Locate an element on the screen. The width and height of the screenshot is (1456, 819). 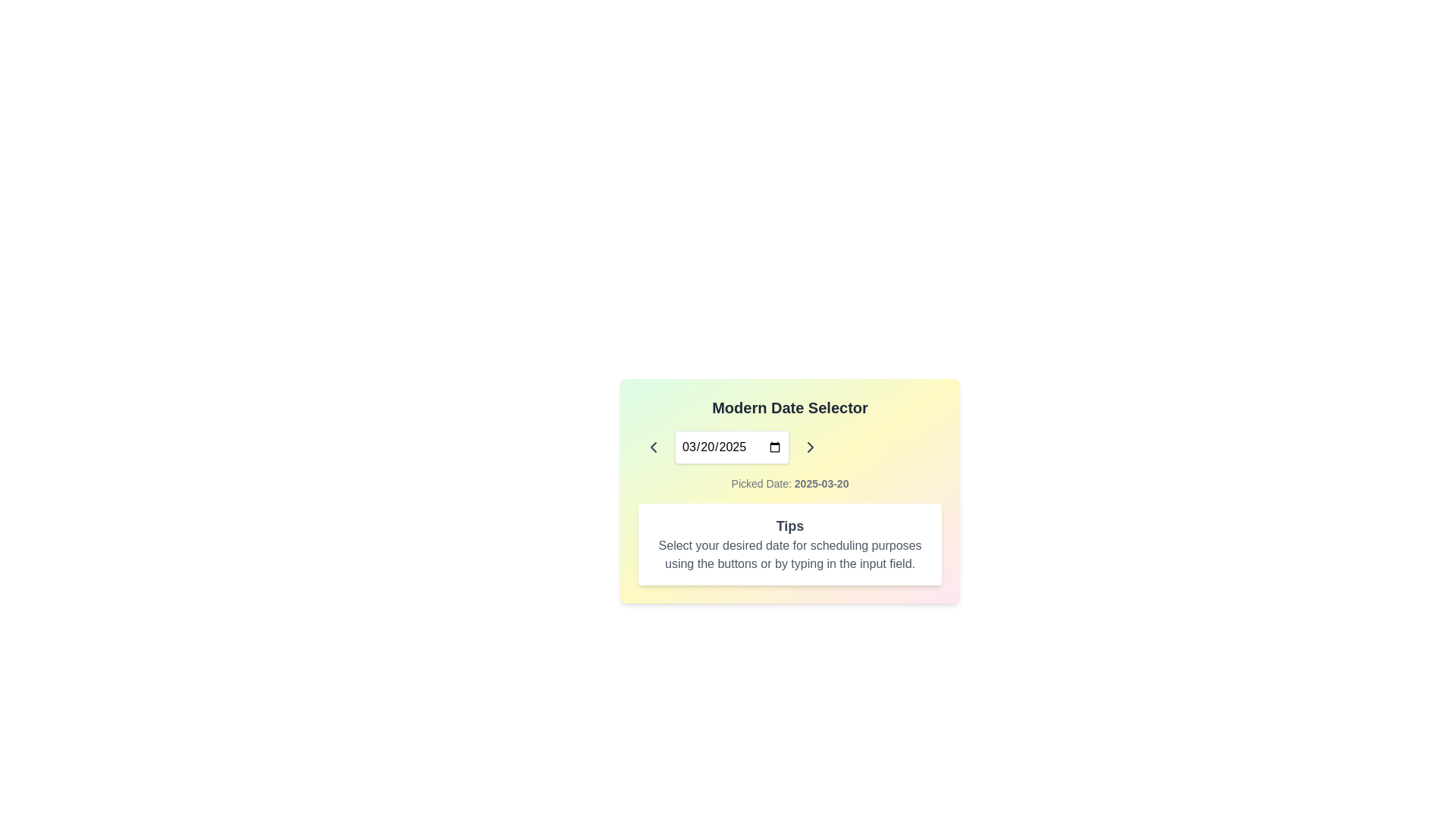
the Chevron Icon (SVG) located to the left of a date input field with the placeholder '03/20/2025' is located at coordinates (654, 447).